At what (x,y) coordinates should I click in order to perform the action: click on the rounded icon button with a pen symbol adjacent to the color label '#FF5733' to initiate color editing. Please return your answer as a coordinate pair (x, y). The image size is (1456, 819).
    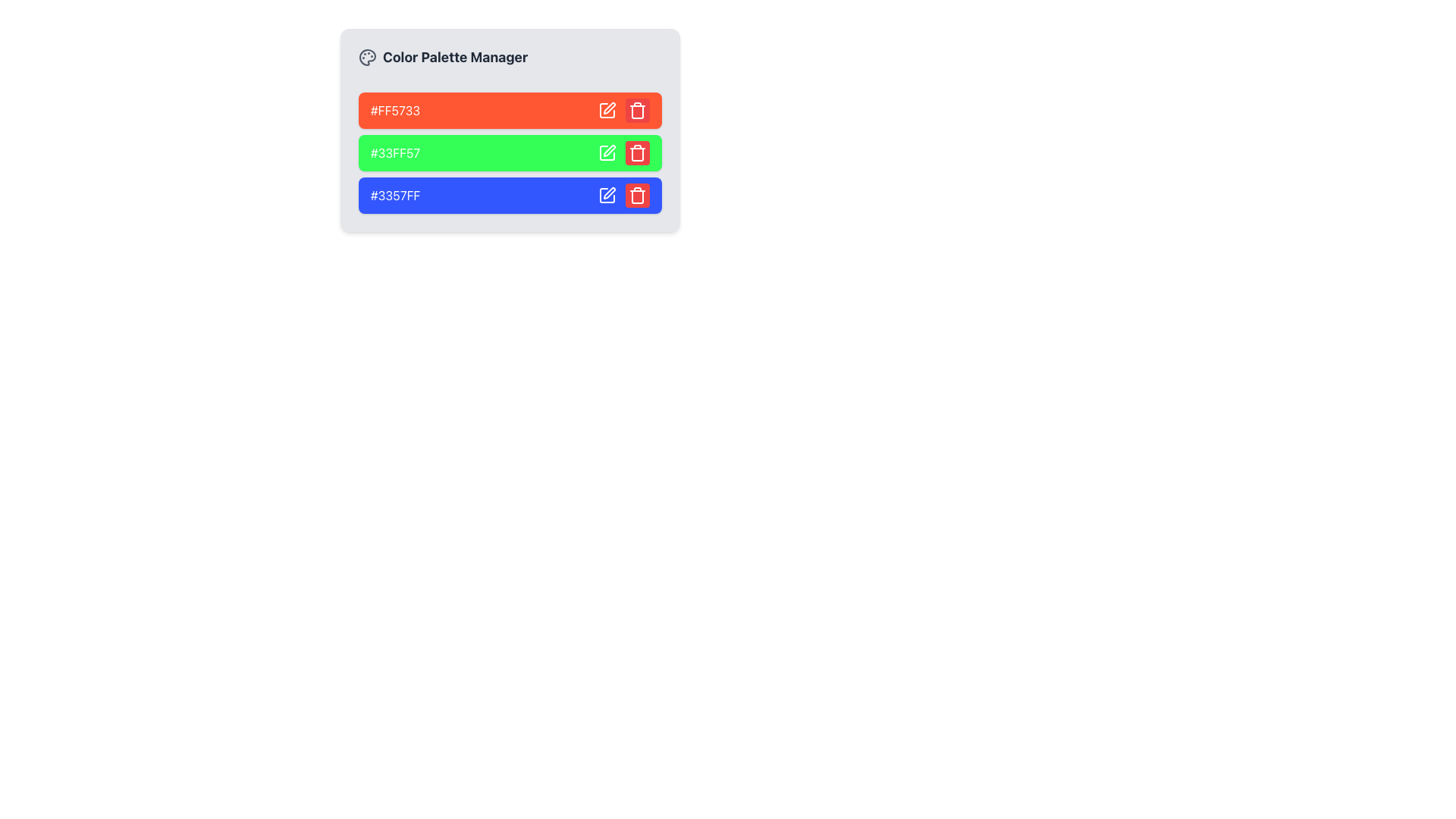
    Looking at the image, I should click on (607, 110).